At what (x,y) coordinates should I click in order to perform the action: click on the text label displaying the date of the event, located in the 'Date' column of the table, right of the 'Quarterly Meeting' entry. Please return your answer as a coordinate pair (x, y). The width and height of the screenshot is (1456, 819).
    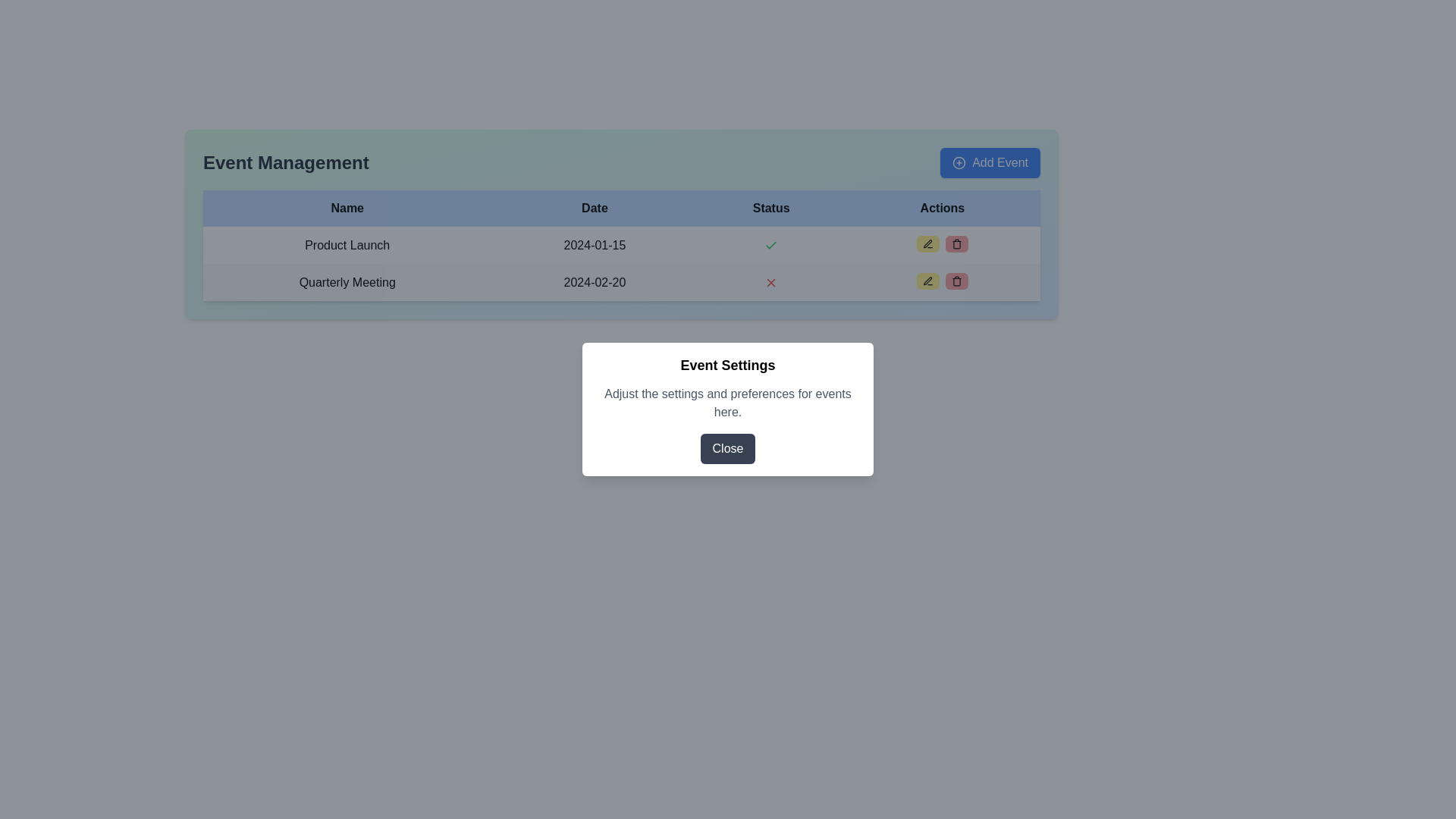
    Looking at the image, I should click on (594, 282).